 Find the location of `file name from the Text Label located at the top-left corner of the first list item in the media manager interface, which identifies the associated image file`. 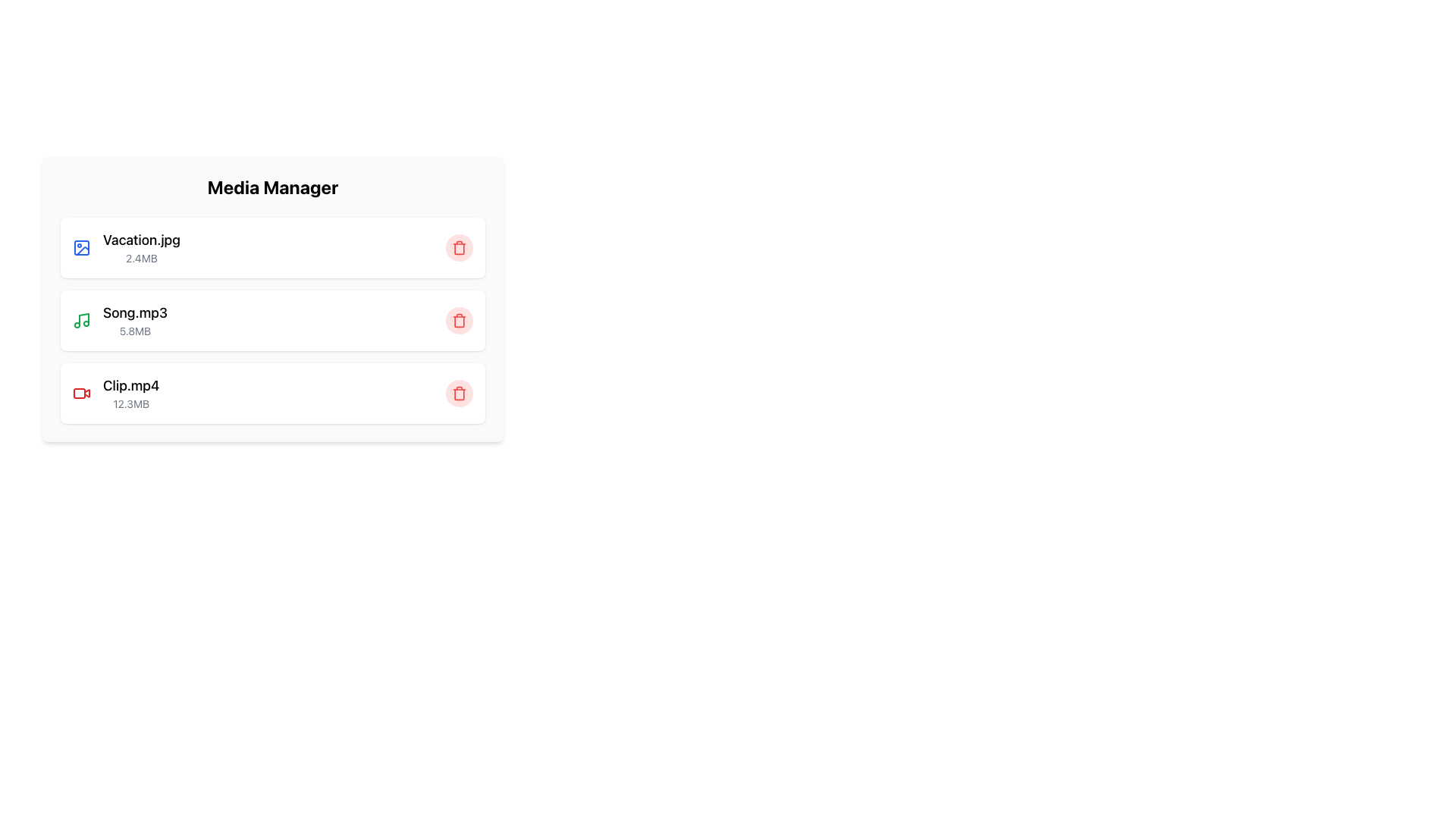

file name from the Text Label located at the top-left corner of the first list item in the media manager interface, which identifies the associated image file is located at coordinates (142, 239).